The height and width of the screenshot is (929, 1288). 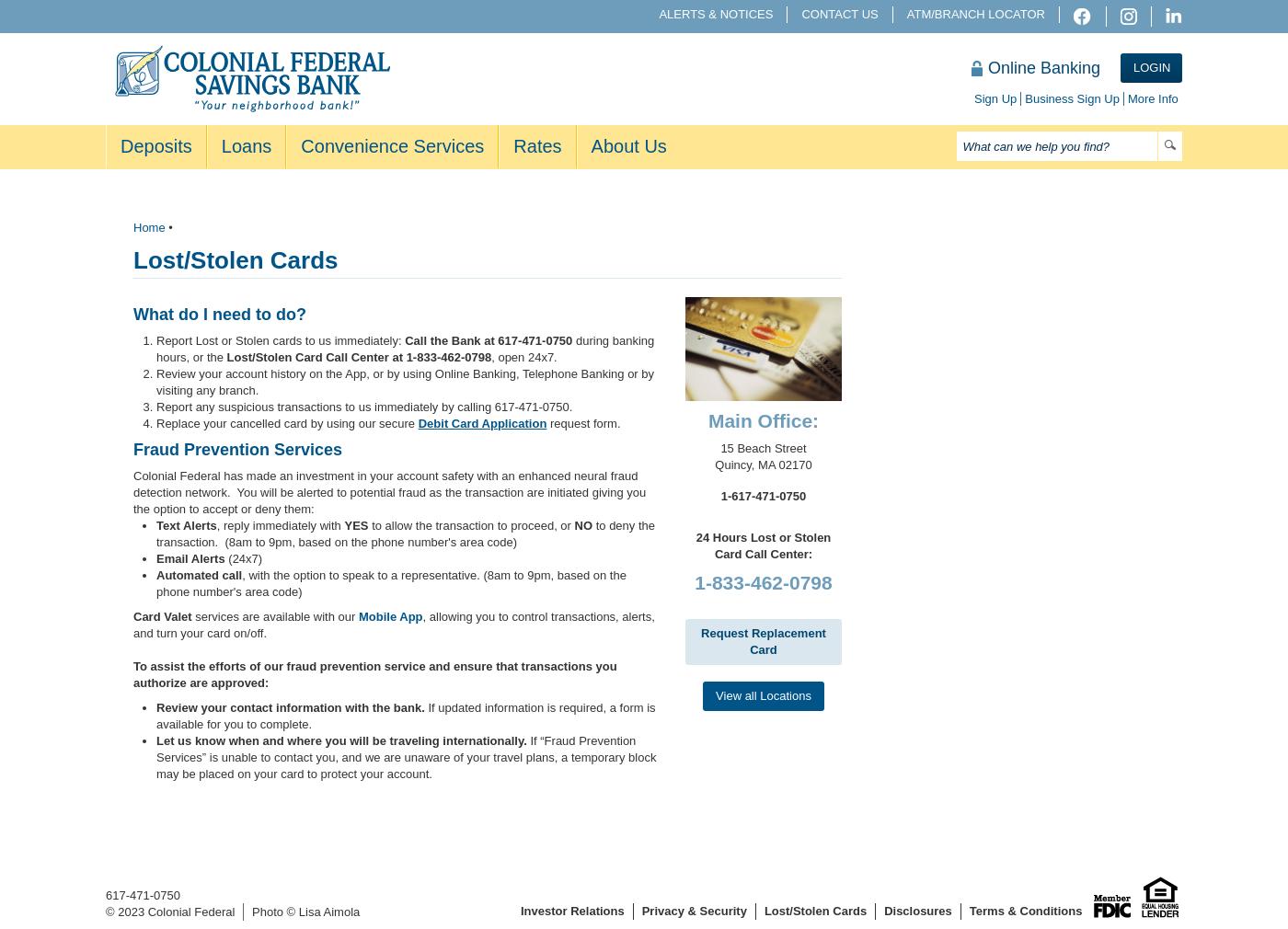 What do you see at coordinates (390, 582) in the screenshot?
I see `', with the option to speak to a representative. (8am to 9pm, based on the phone number's area code)'` at bounding box center [390, 582].